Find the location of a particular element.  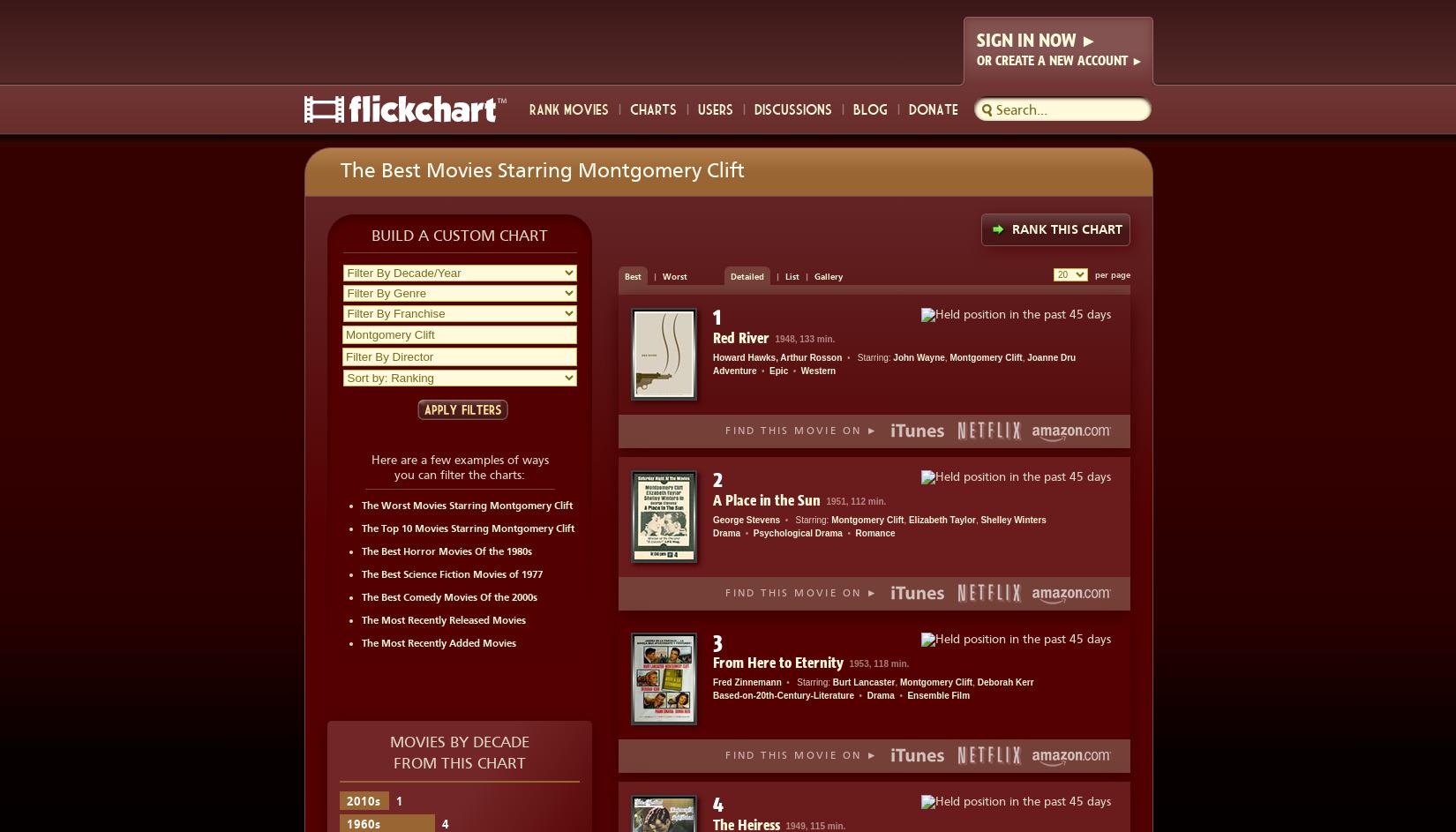

'or Create A New Account' is located at coordinates (1054, 60).